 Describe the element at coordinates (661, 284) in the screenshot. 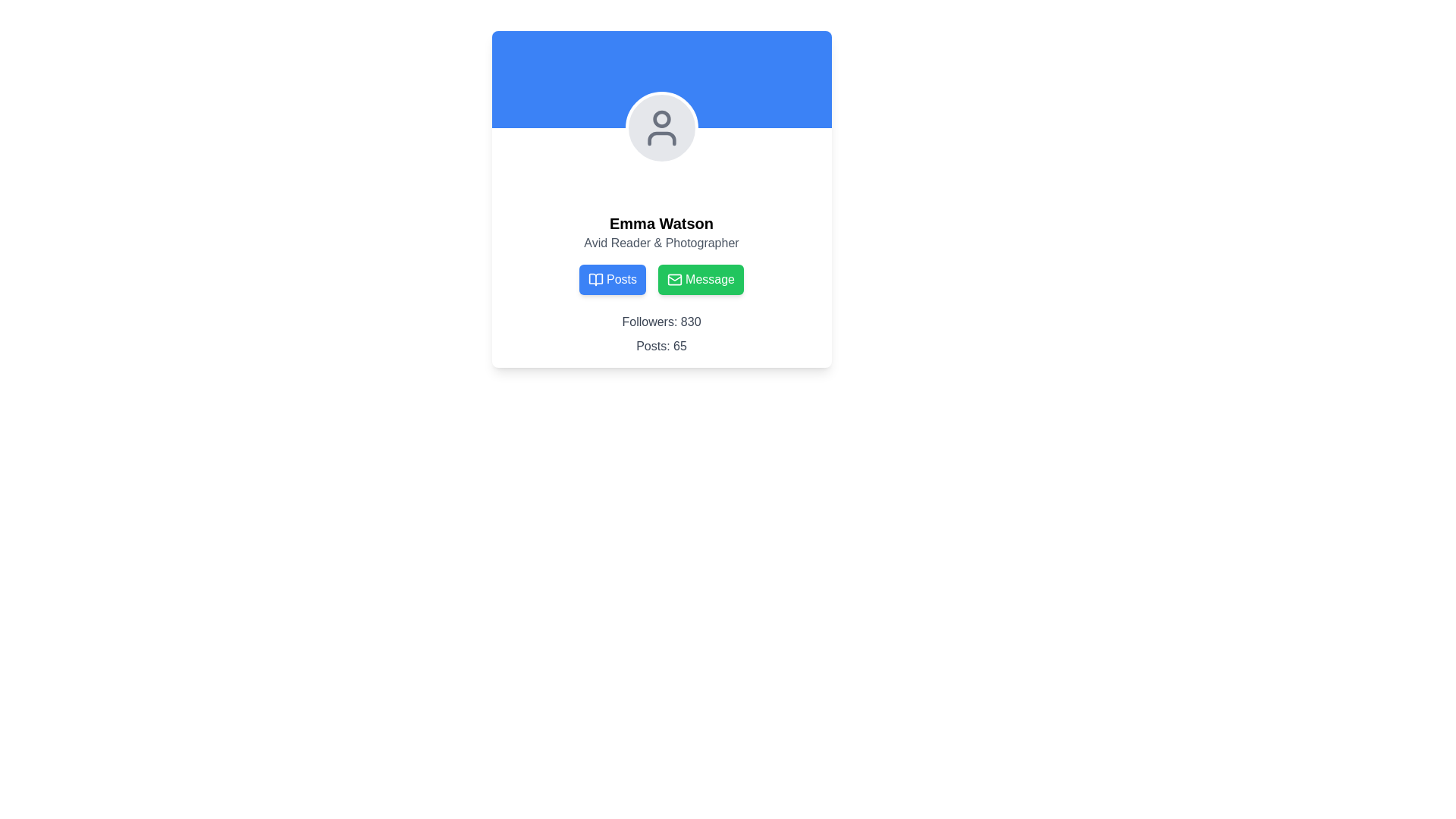

I see `the buttons within the Profile Information Section, which displays the user's profile information and quick actions for interaction, located at the lower portion of the card` at that location.